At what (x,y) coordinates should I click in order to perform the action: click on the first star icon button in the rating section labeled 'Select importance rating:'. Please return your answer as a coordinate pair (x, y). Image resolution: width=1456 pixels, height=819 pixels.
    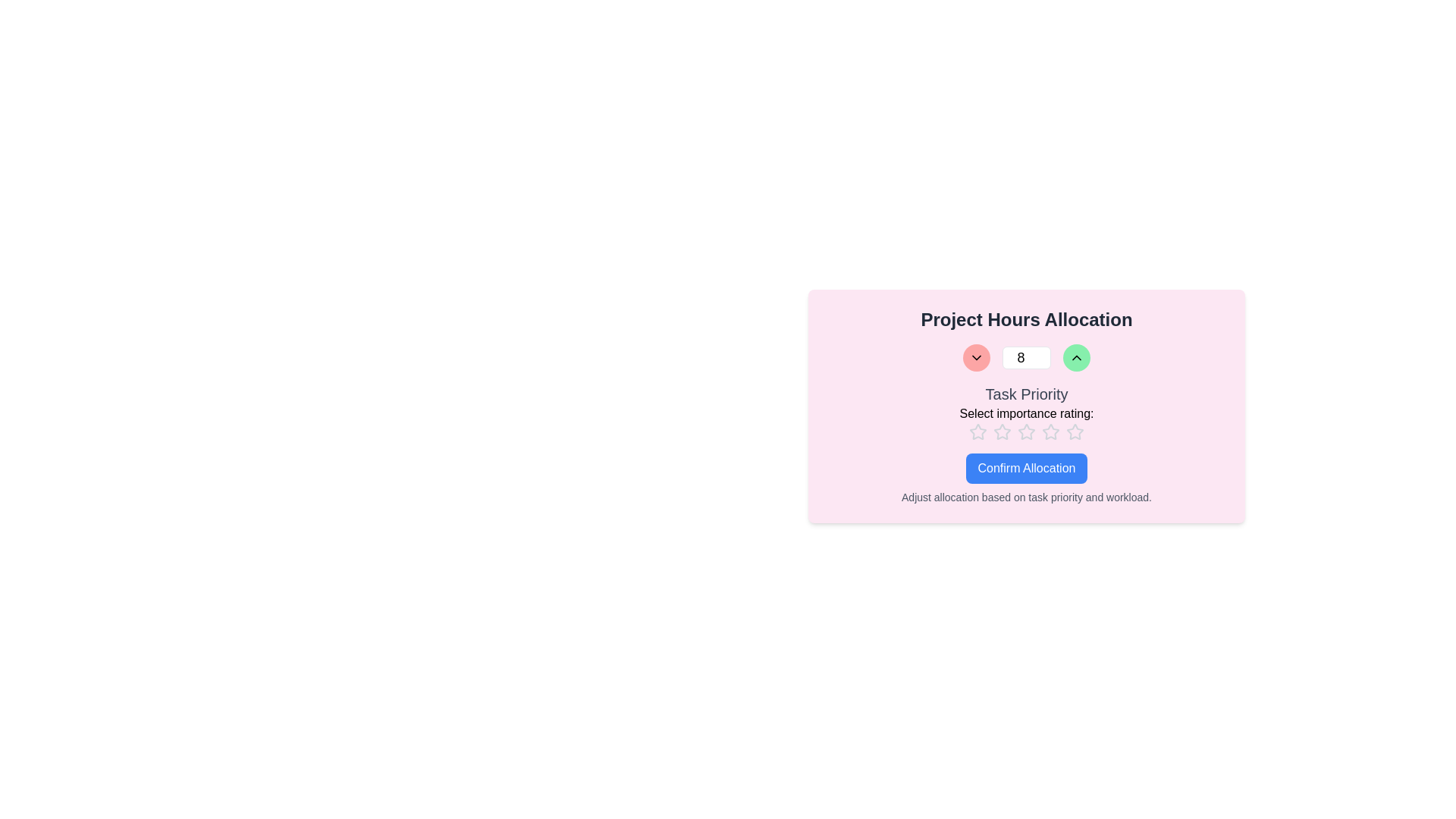
    Looking at the image, I should click on (978, 432).